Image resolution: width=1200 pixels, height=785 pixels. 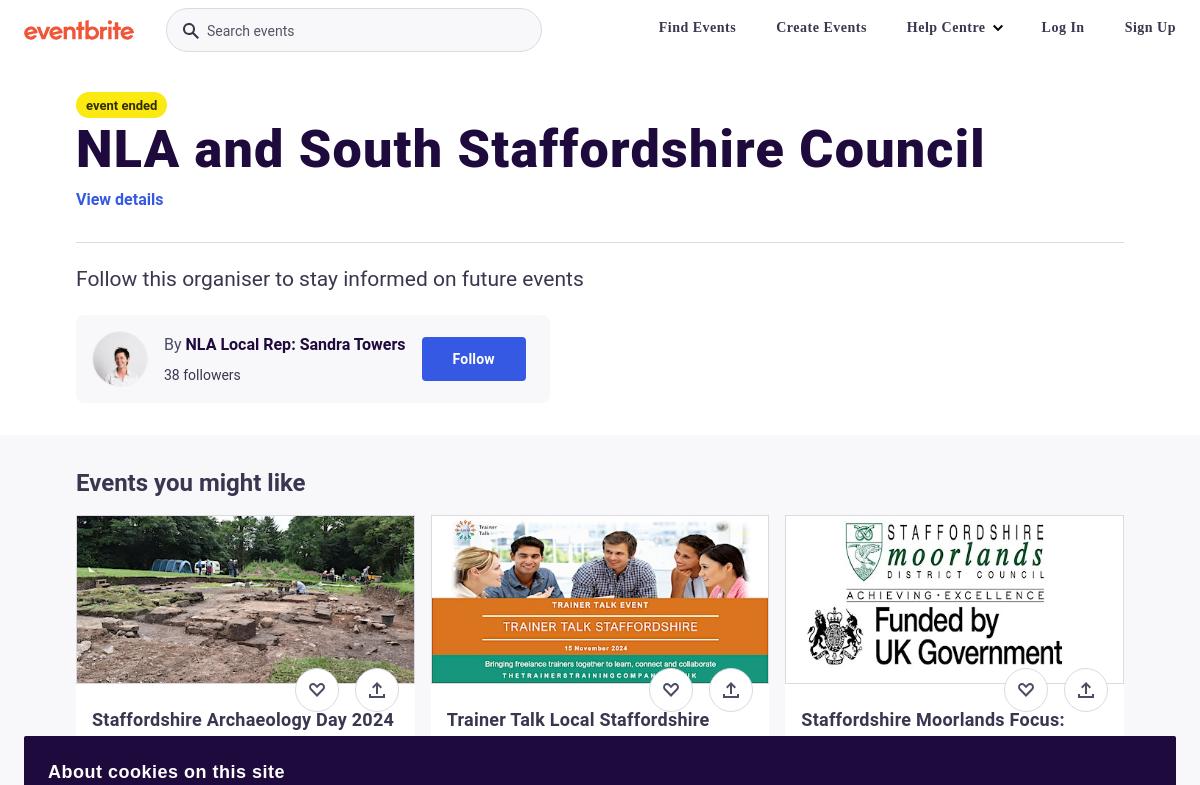 What do you see at coordinates (75, 148) in the screenshot?
I see `'NLA and South Staffordshire Council'` at bounding box center [75, 148].